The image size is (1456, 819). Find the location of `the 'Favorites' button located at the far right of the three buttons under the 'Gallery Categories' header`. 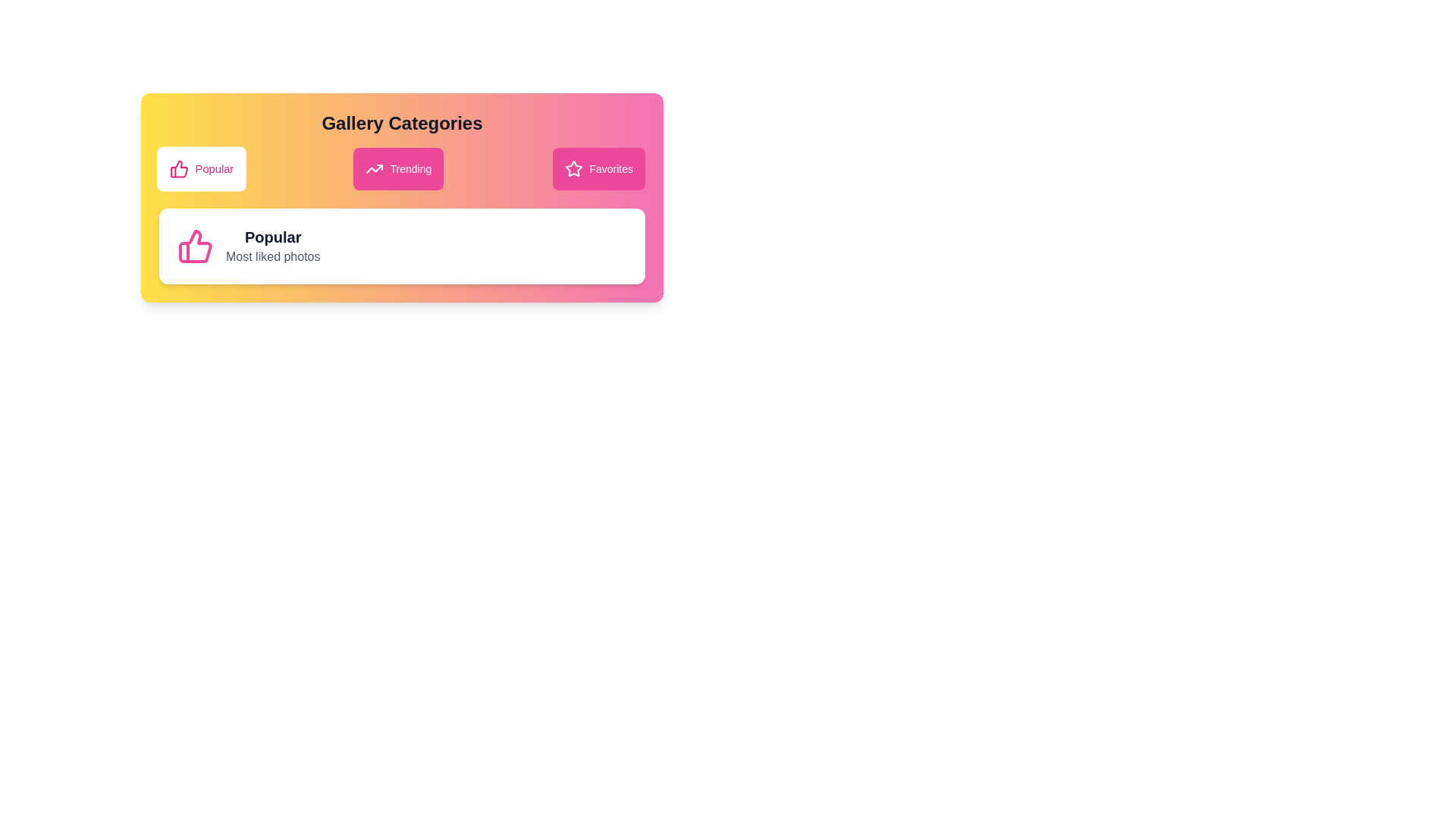

the 'Favorites' button located at the far right of the three buttons under the 'Gallery Categories' header is located at coordinates (598, 169).